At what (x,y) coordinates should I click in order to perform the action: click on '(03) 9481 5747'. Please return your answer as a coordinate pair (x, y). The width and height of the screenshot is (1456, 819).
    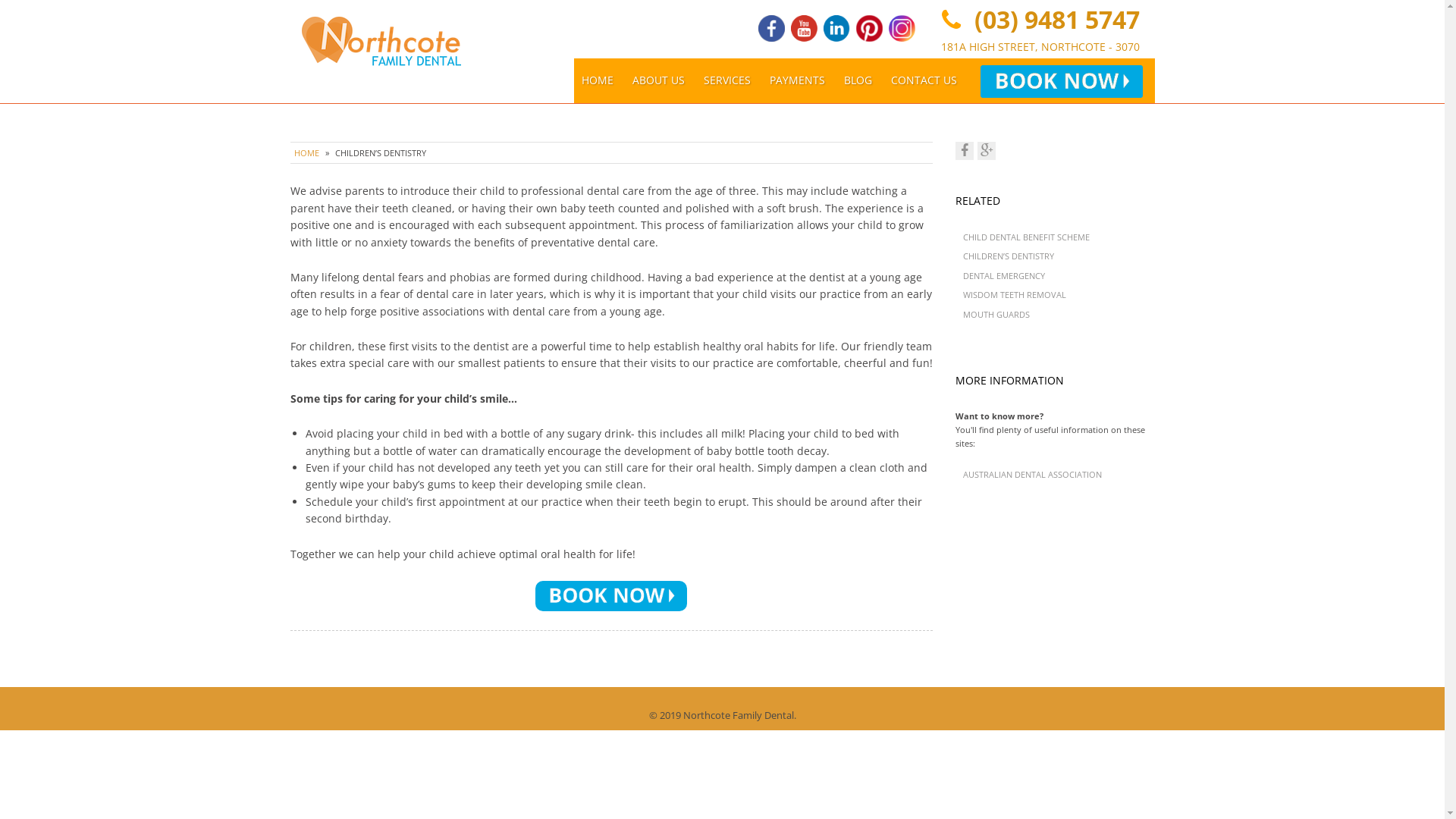
    Looking at the image, I should click on (1052, 19).